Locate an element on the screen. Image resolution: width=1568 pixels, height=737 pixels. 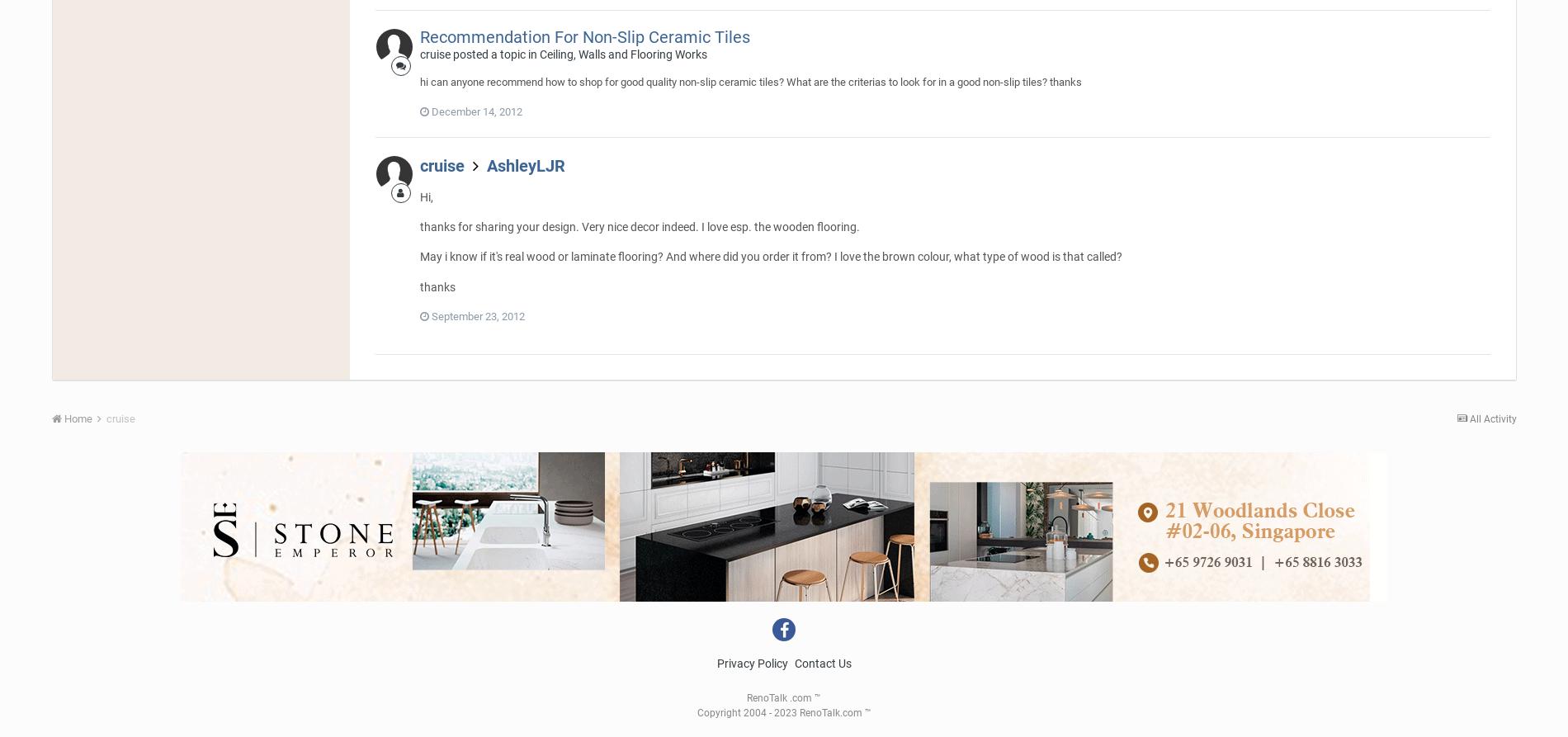
'RenoTalk .com ™' is located at coordinates (784, 697).